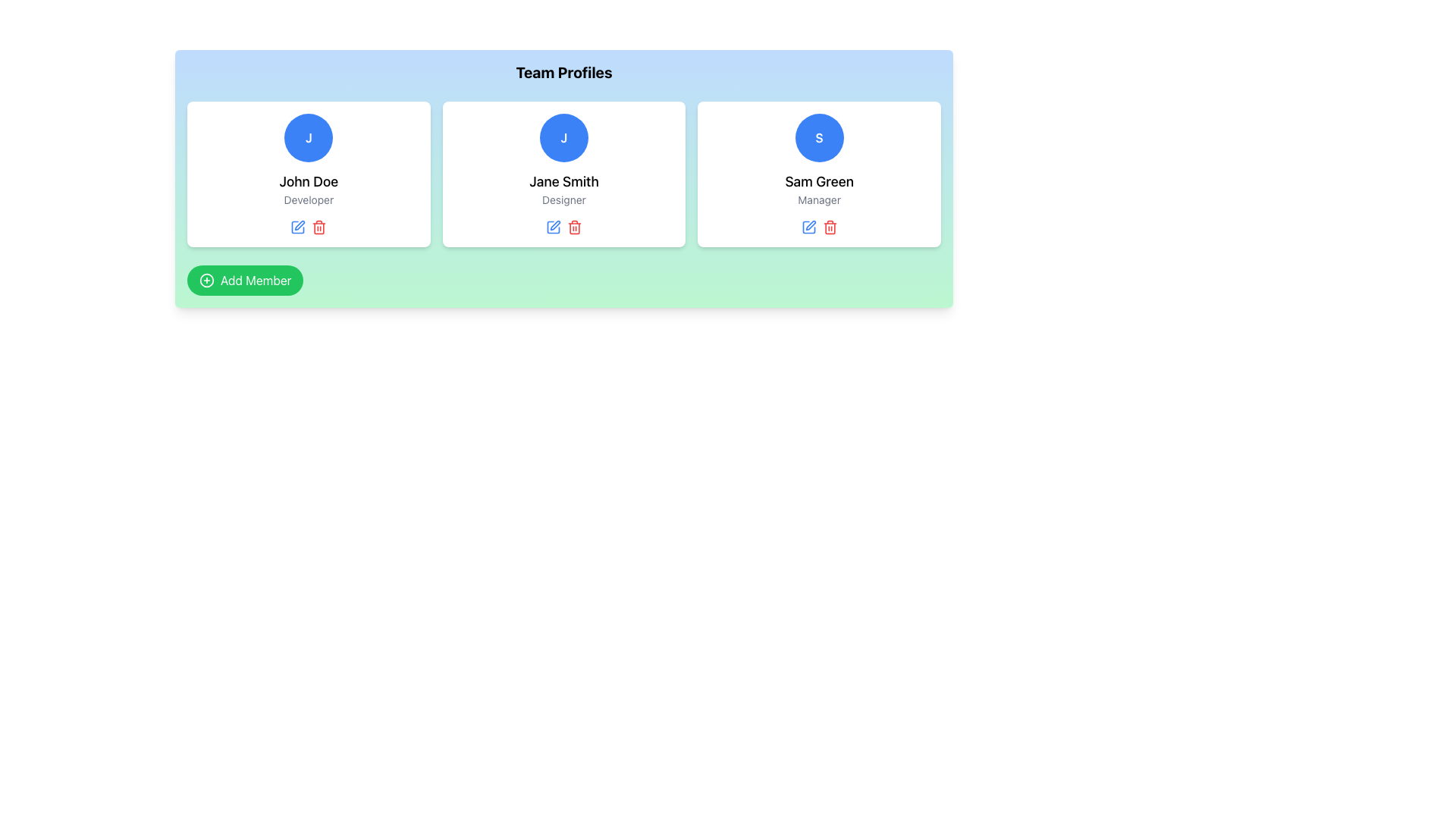 The height and width of the screenshot is (819, 1456). What do you see at coordinates (808, 227) in the screenshot?
I see `the edit icon for the 'Sam Green' profile, which is located below the text 'Sam Green - Manager' in the last card of 'Team Profiles'` at bounding box center [808, 227].